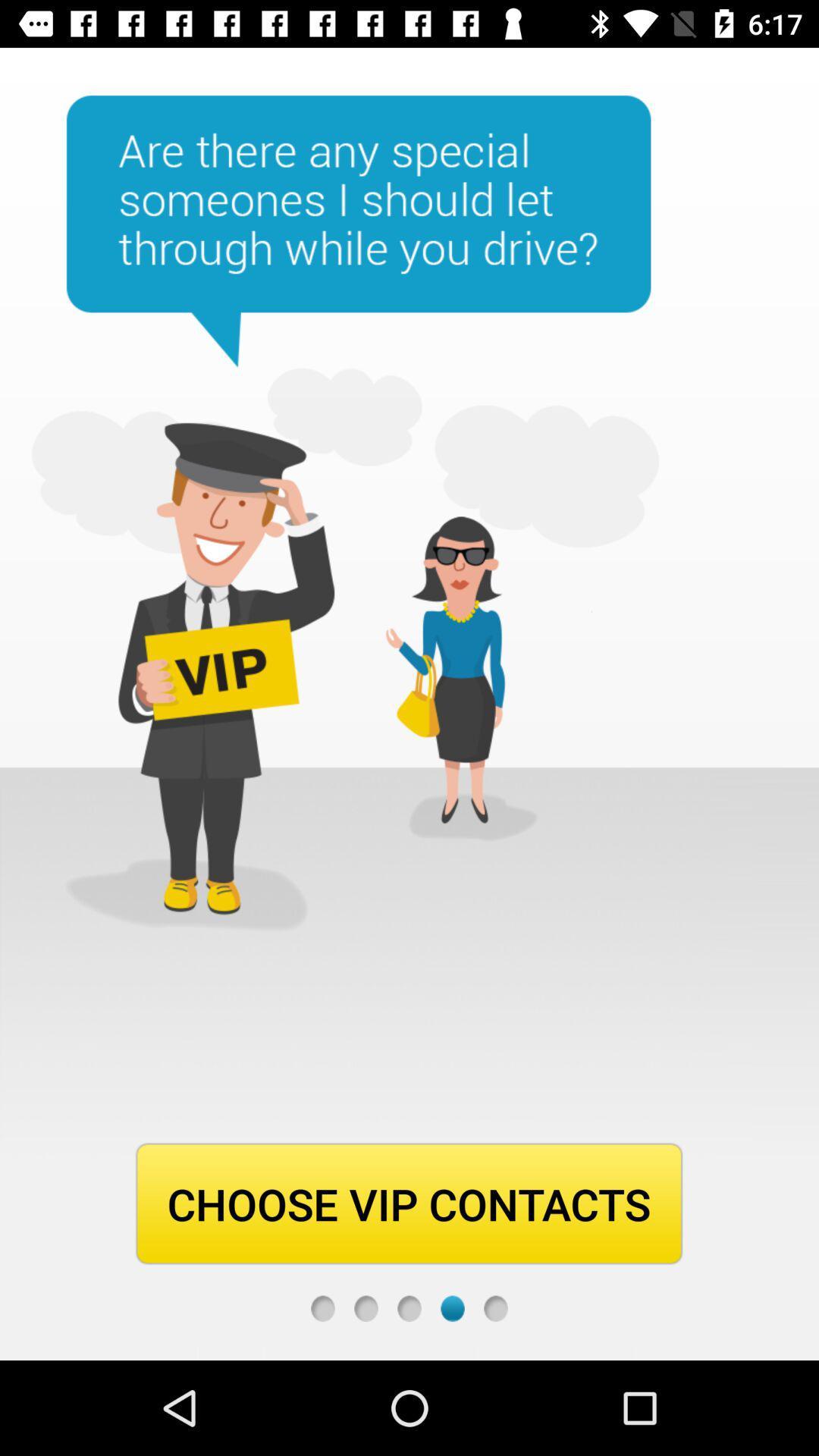  Describe the element at coordinates (366, 1307) in the screenshot. I see `pictures` at that location.